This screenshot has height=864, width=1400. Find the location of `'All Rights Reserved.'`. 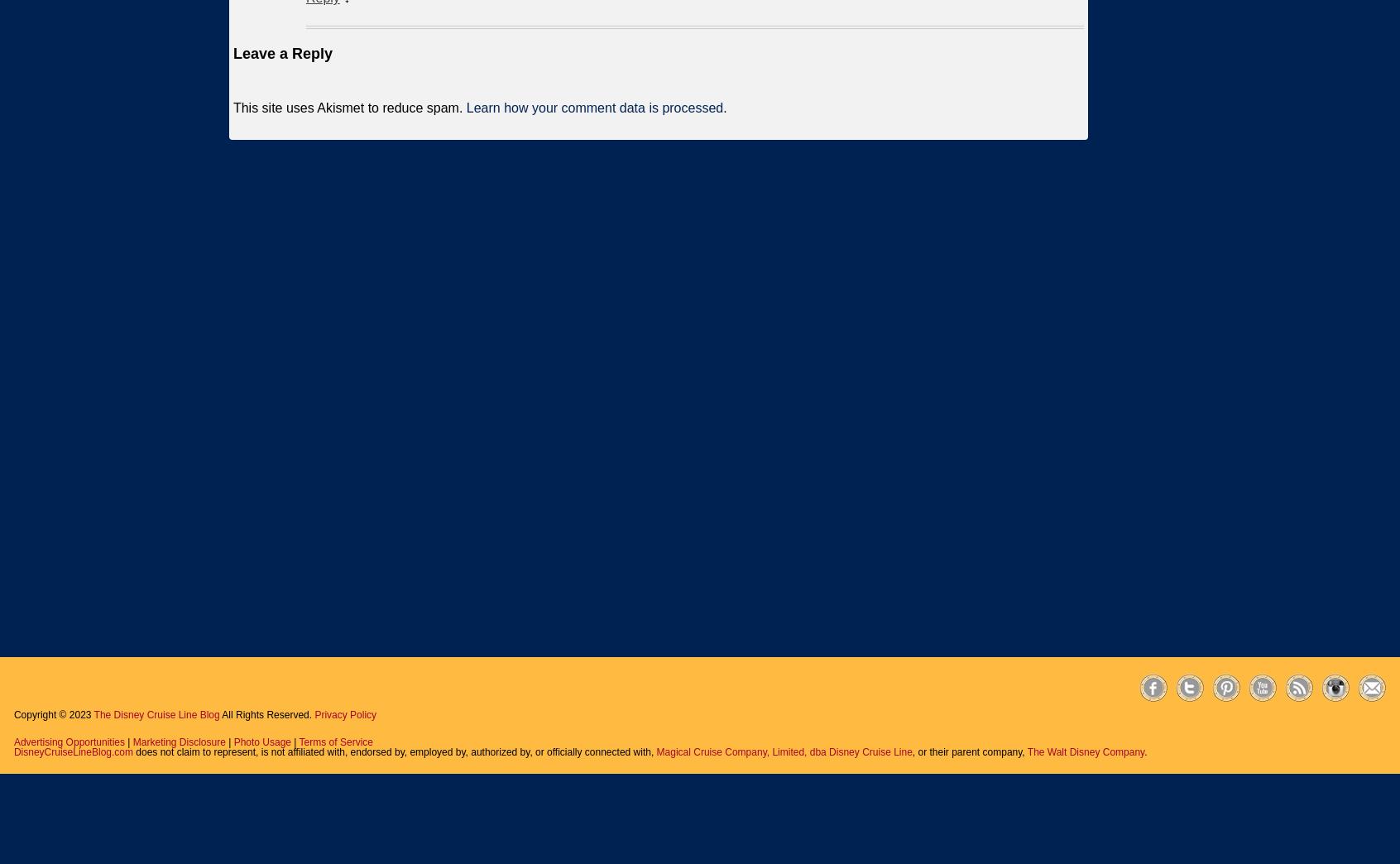

'All Rights Reserved.' is located at coordinates (266, 713).